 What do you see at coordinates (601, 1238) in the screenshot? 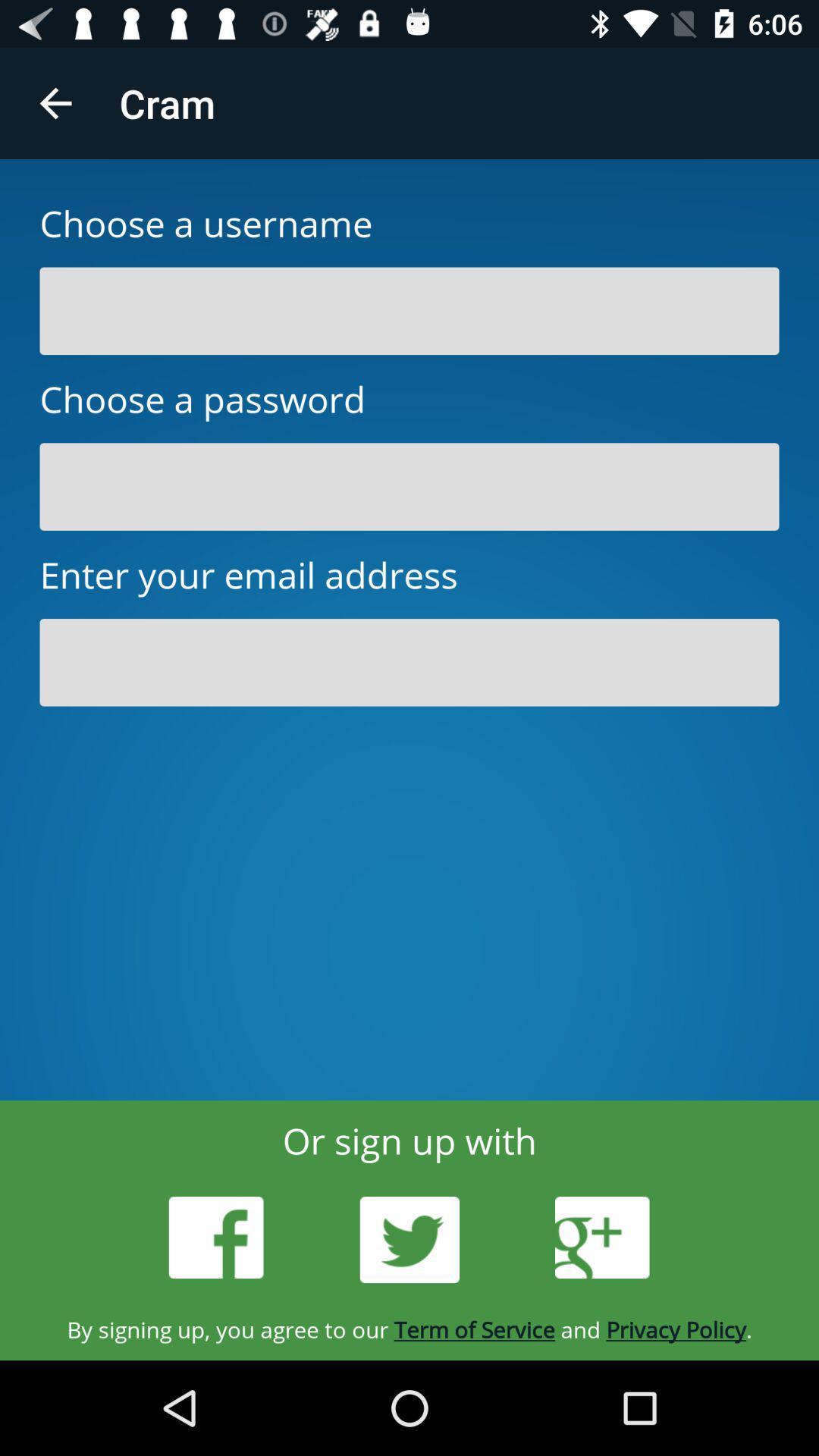
I see `login with google+` at bounding box center [601, 1238].